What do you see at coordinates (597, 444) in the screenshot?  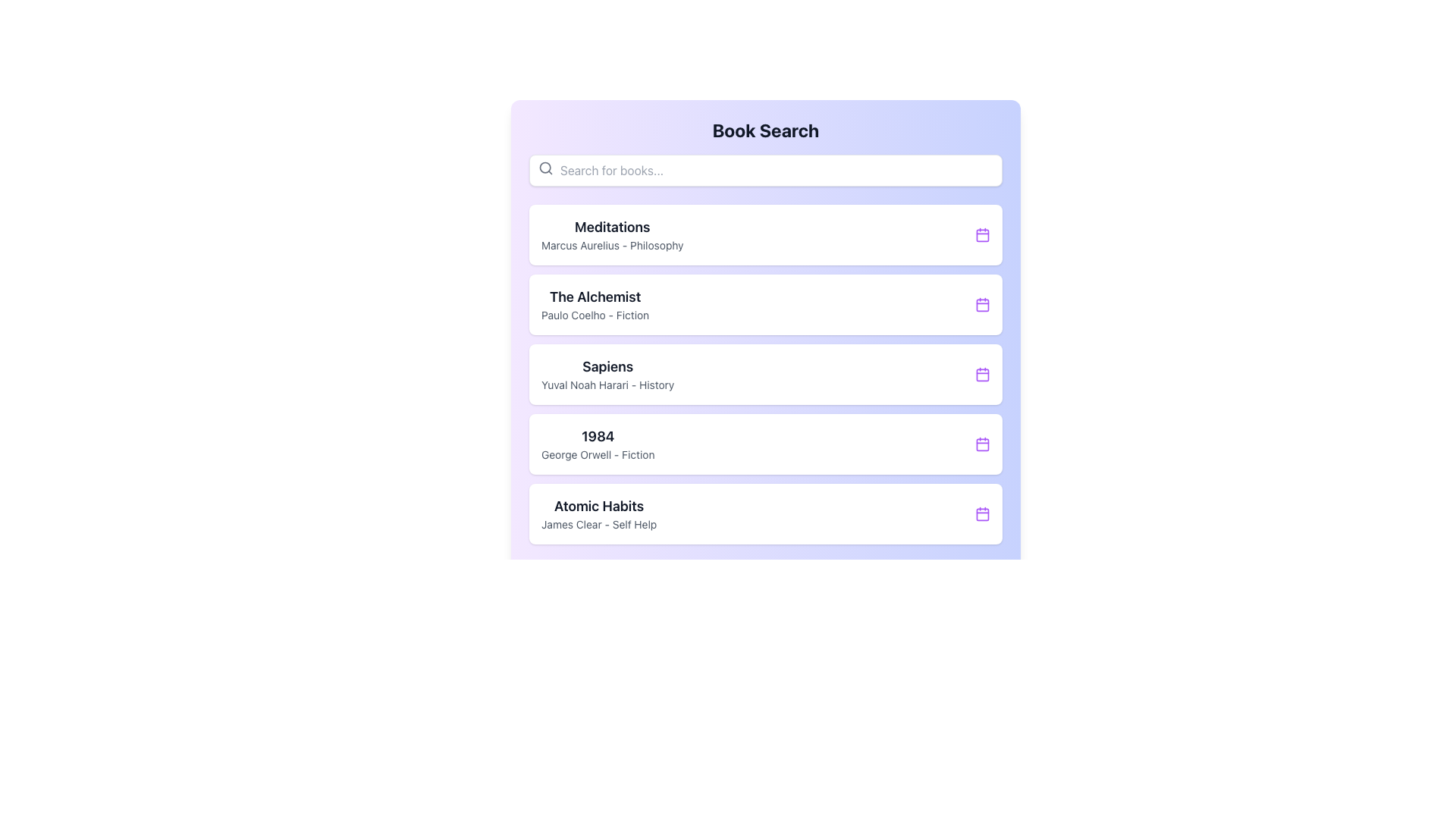 I see `the Text Element displaying '1984' by George Orwell, which is the fourth entry in a vertically stacked list within a card-style layout` at bounding box center [597, 444].